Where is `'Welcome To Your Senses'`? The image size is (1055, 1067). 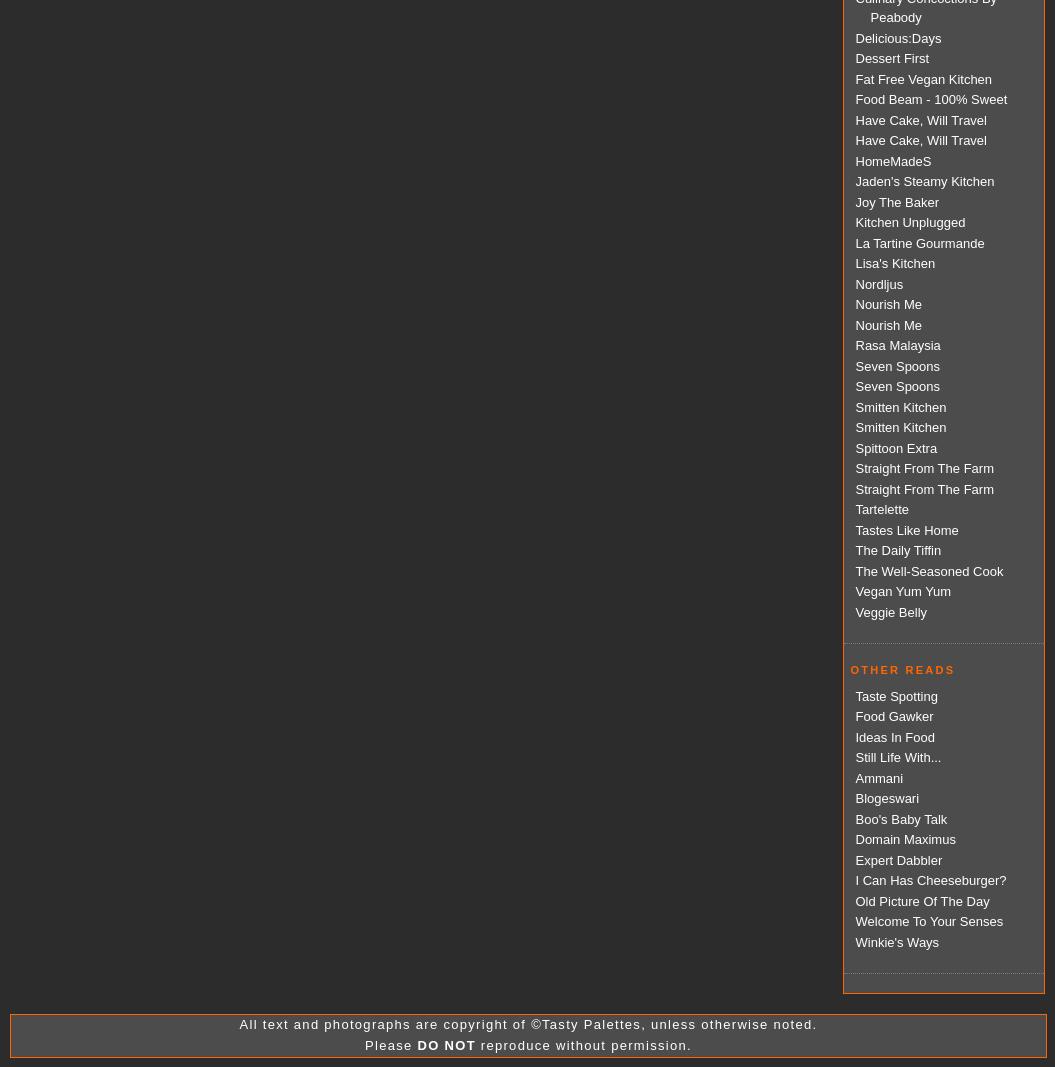
'Welcome To Your Senses' is located at coordinates (928, 921).